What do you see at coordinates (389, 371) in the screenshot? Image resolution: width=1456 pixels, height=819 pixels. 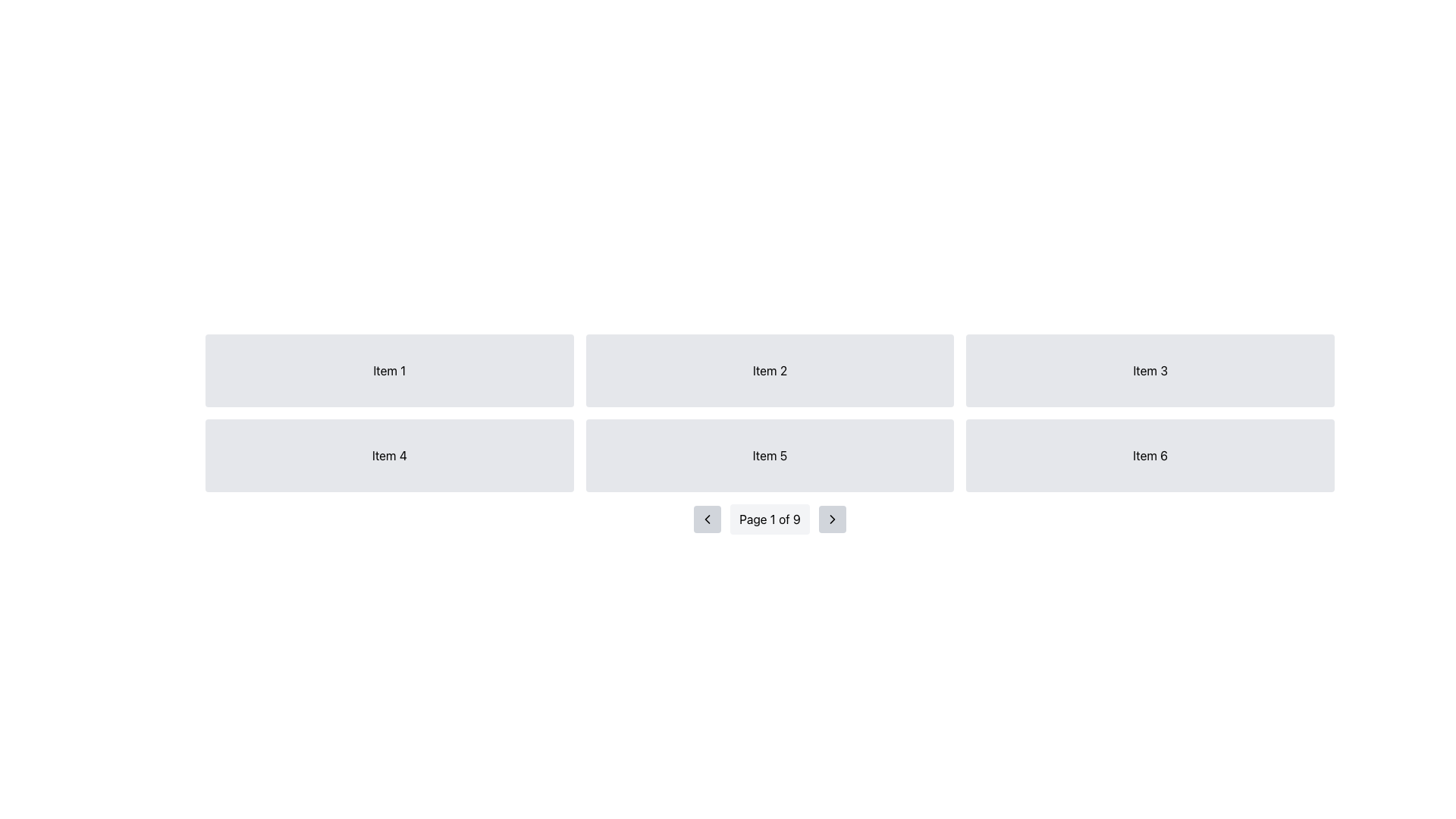 I see `the 'Item 1' tile, which is the first item in a grid layout of 2 rows and 3 columns, located in the top-left corner of the grid` at bounding box center [389, 371].